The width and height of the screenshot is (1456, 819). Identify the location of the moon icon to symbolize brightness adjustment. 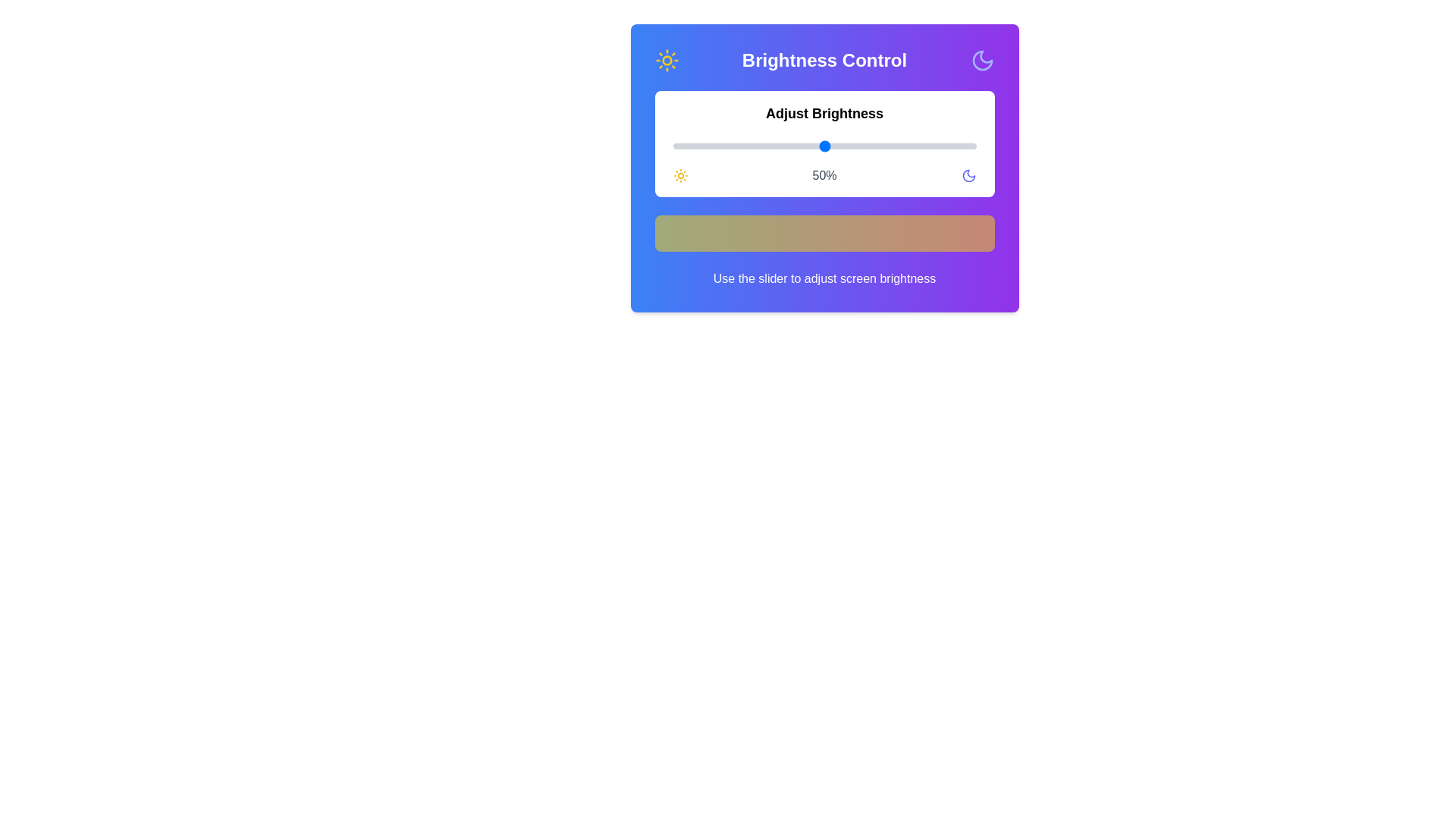
(982, 60).